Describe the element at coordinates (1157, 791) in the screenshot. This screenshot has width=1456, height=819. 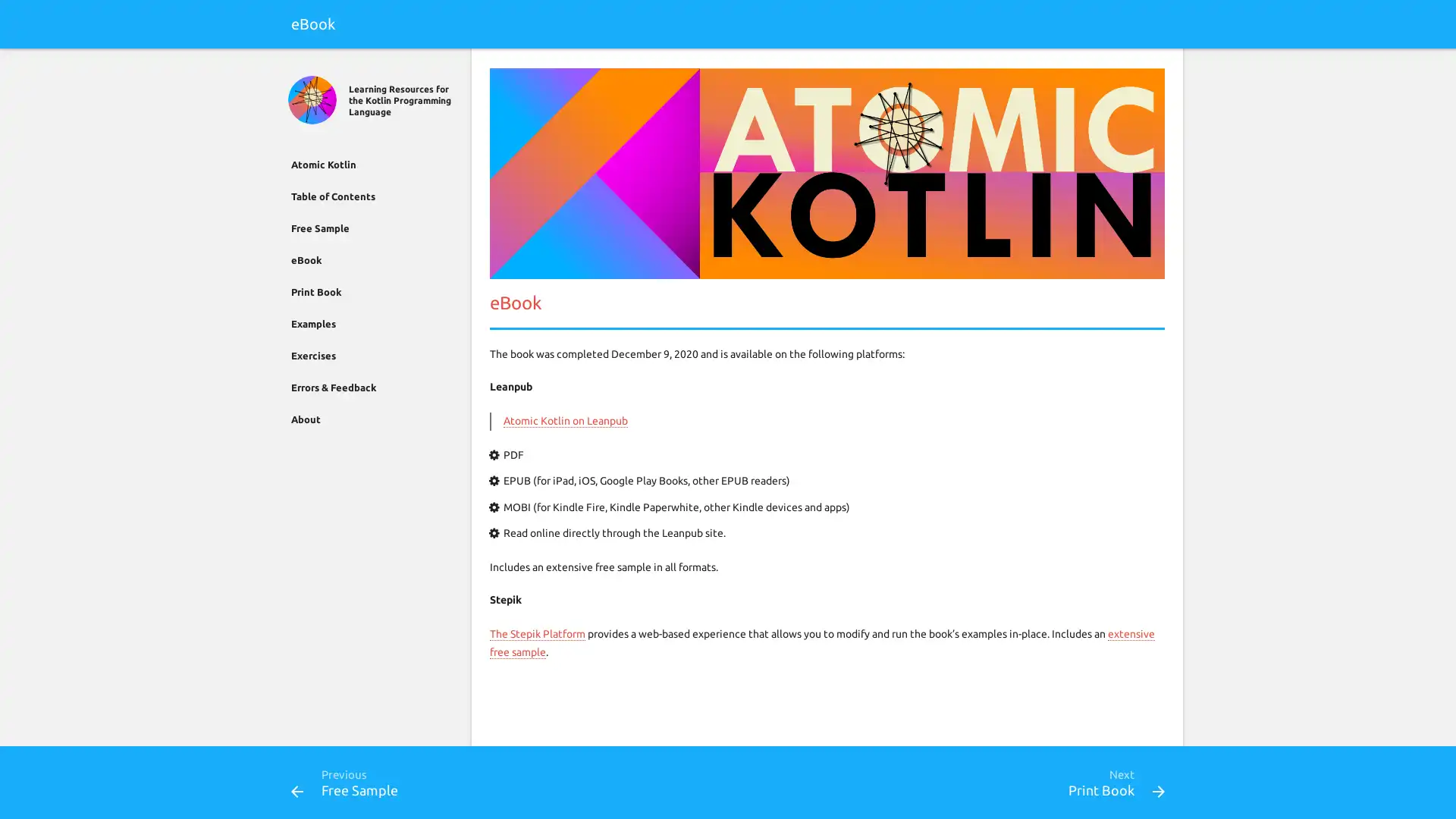
I see `Next` at that location.